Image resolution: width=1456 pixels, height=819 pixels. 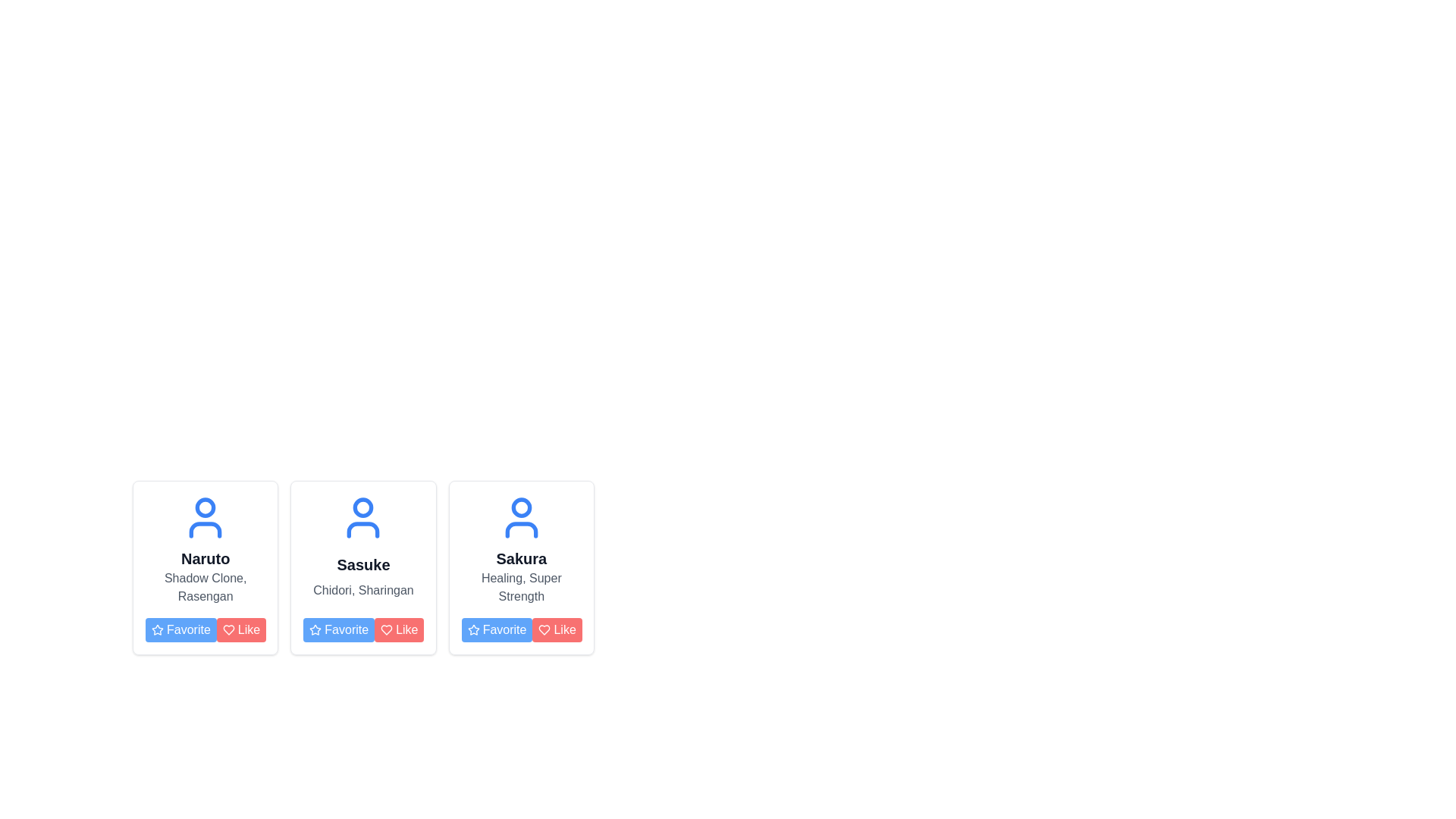 What do you see at coordinates (315, 629) in the screenshot?
I see `the blue star icon within the button component that symbolizes the 'Favorite' action, located in the second card from the left` at bounding box center [315, 629].